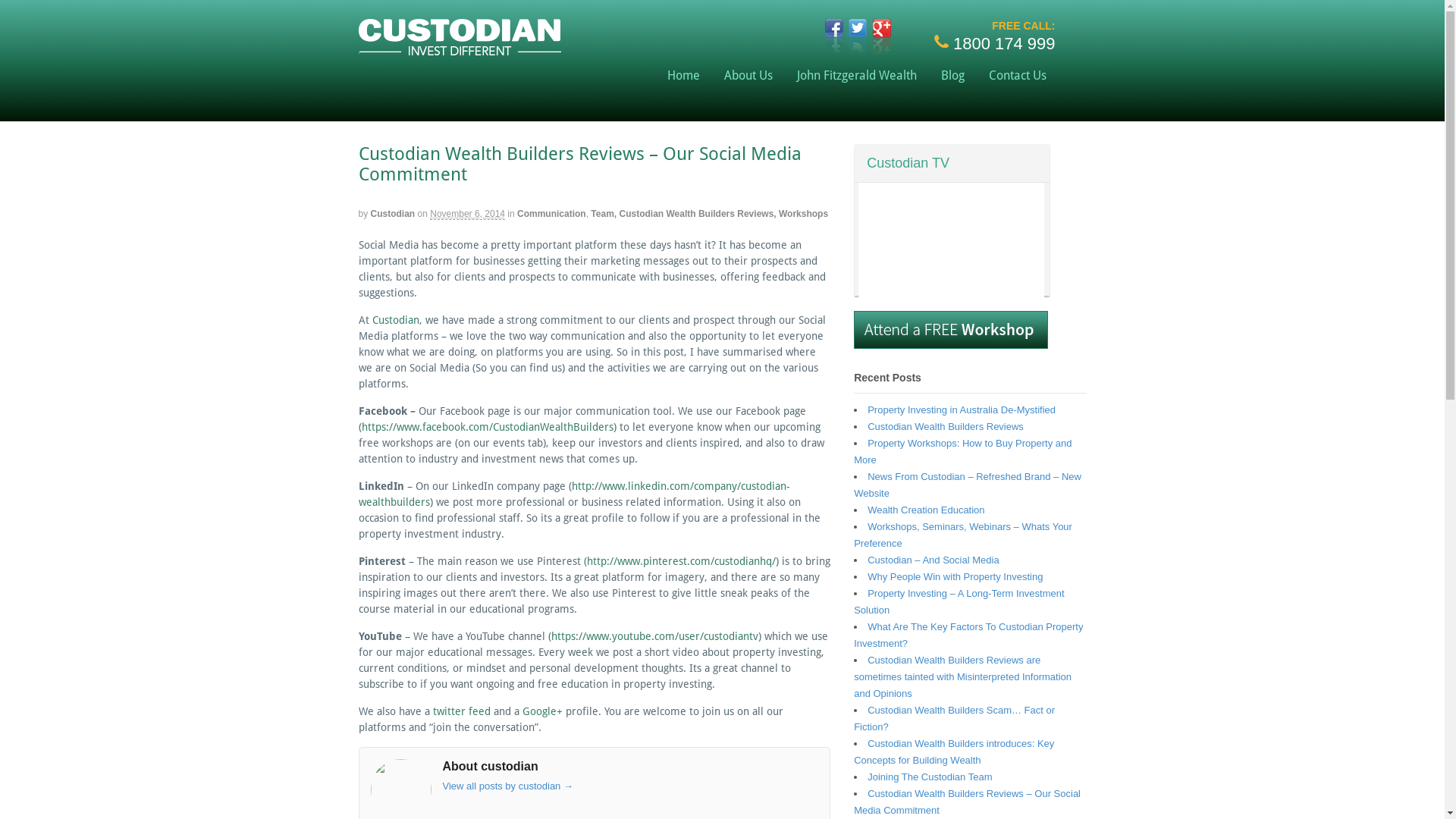 This screenshot has width=1456, height=819. What do you see at coordinates (655, 75) in the screenshot?
I see `'Home'` at bounding box center [655, 75].